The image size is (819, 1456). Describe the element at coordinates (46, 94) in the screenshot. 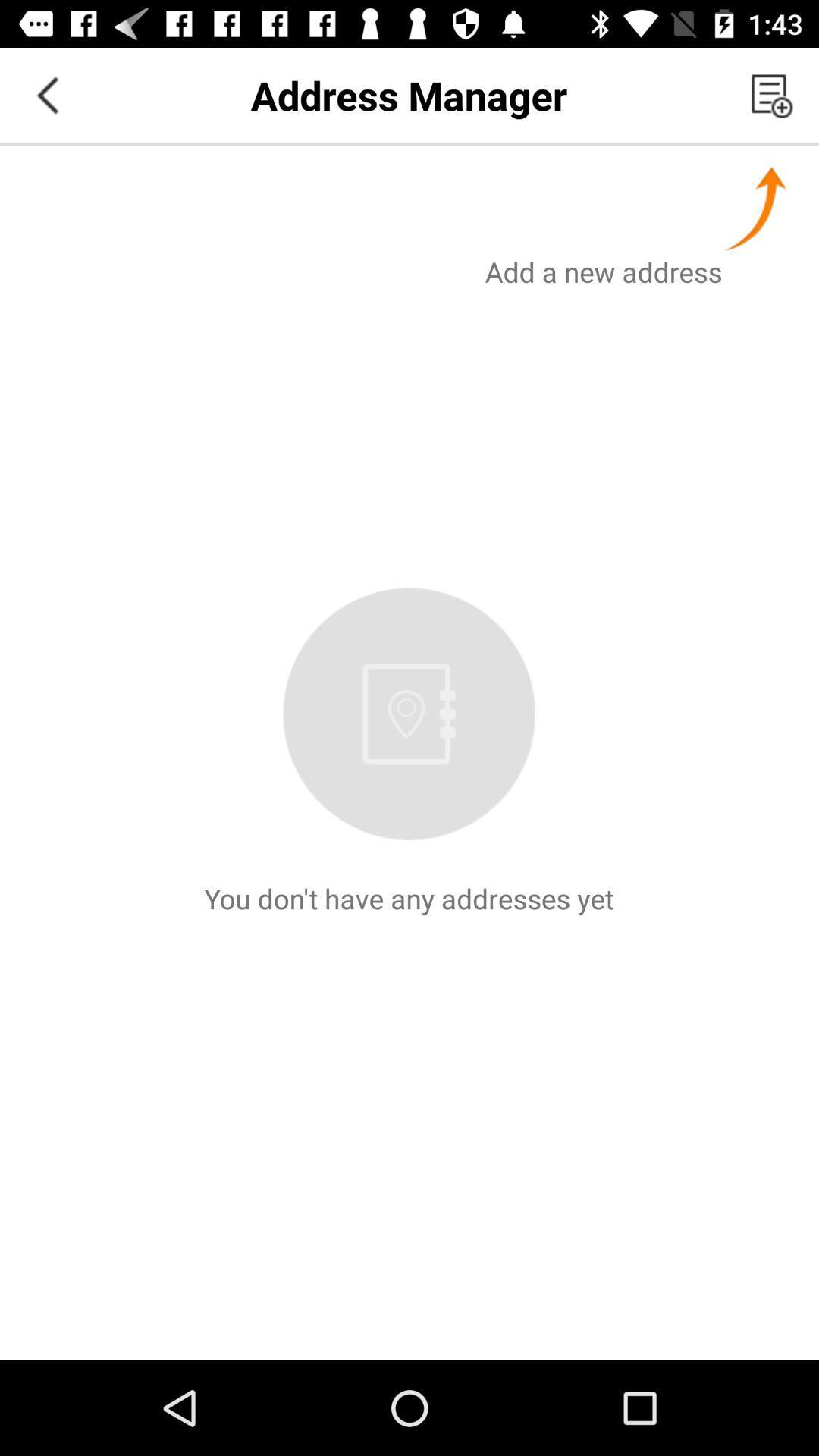

I see `icon at the top left corner` at that location.